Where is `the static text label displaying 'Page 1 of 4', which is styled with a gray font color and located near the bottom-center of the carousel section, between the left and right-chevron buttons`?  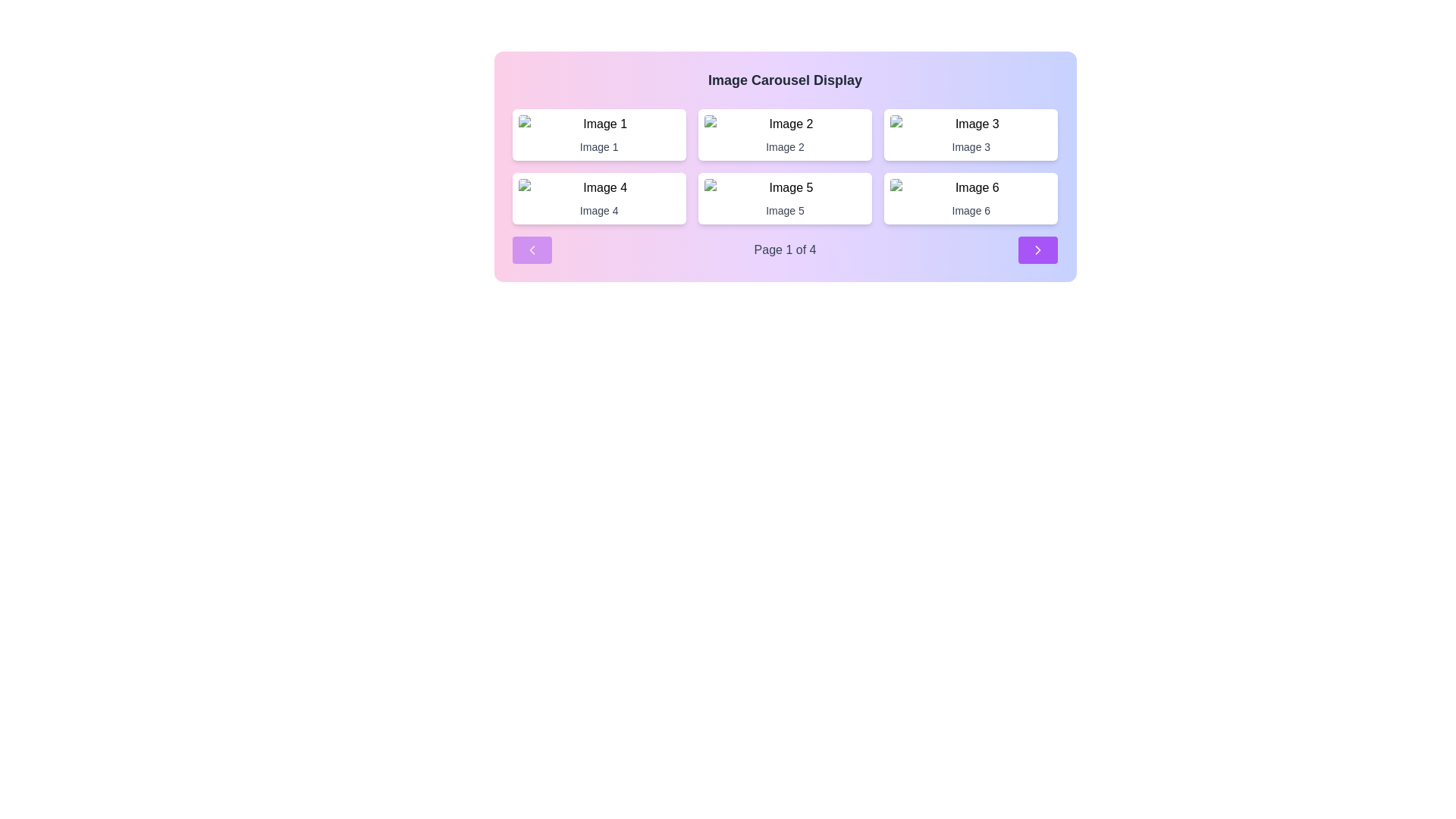 the static text label displaying 'Page 1 of 4', which is styled with a gray font color and located near the bottom-center of the carousel section, between the left and right-chevron buttons is located at coordinates (785, 249).